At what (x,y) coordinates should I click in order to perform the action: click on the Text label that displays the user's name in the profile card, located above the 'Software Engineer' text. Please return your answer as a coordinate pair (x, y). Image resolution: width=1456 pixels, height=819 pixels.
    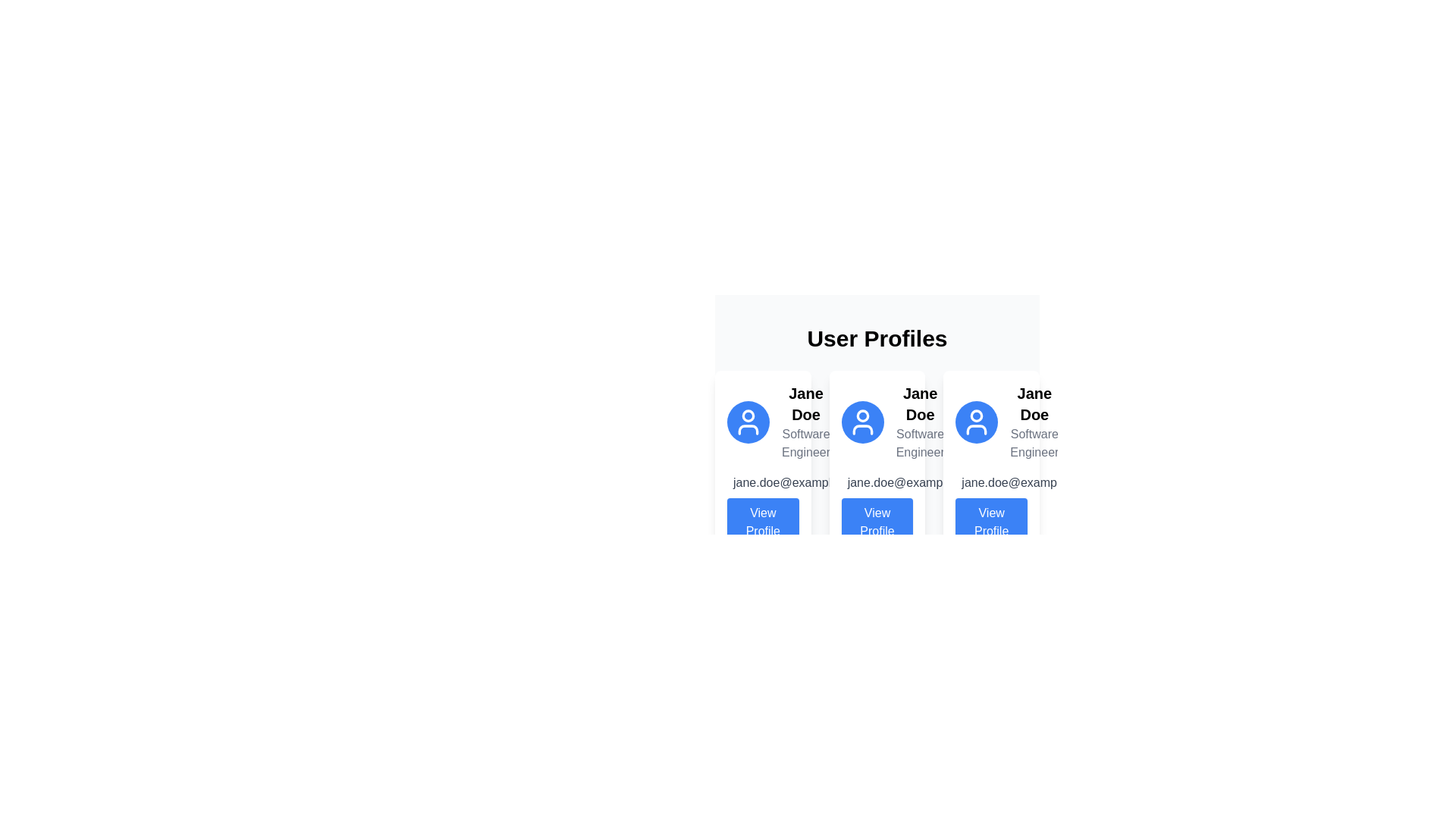
    Looking at the image, I should click on (919, 403).